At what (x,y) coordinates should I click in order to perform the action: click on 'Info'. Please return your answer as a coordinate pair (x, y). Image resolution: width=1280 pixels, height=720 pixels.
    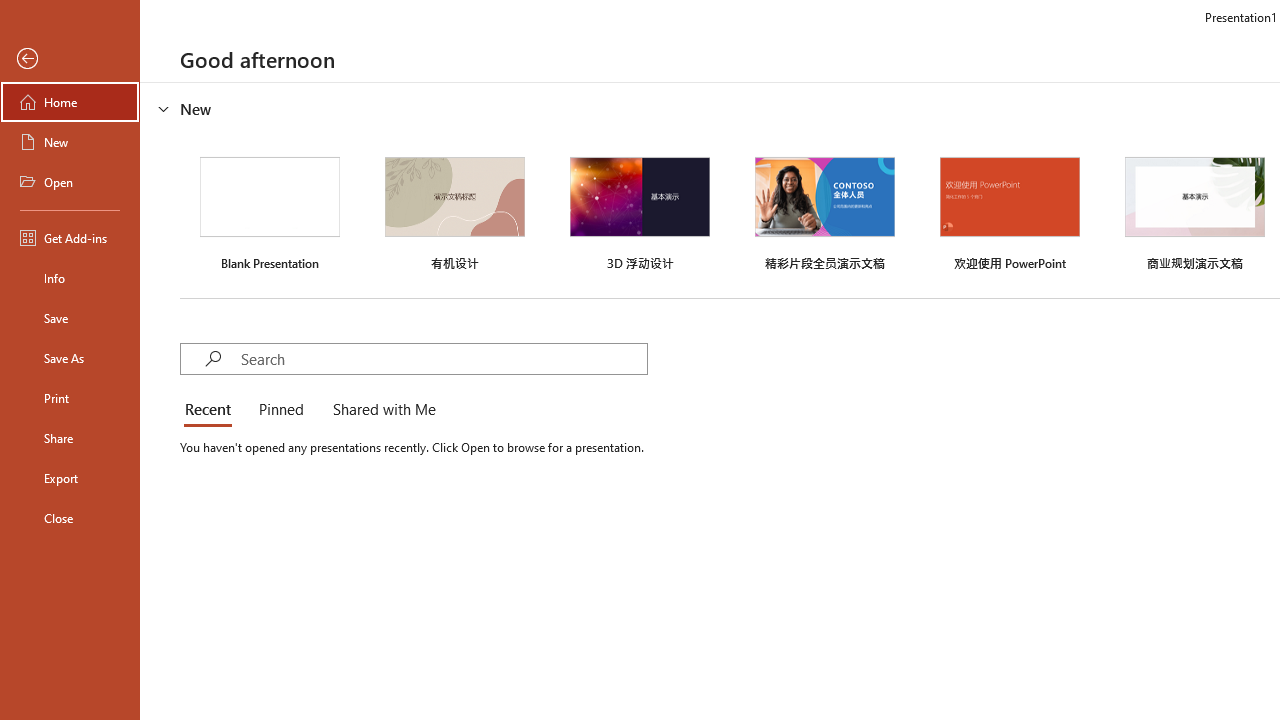
    Looking at the image, I should click on (69, 277).